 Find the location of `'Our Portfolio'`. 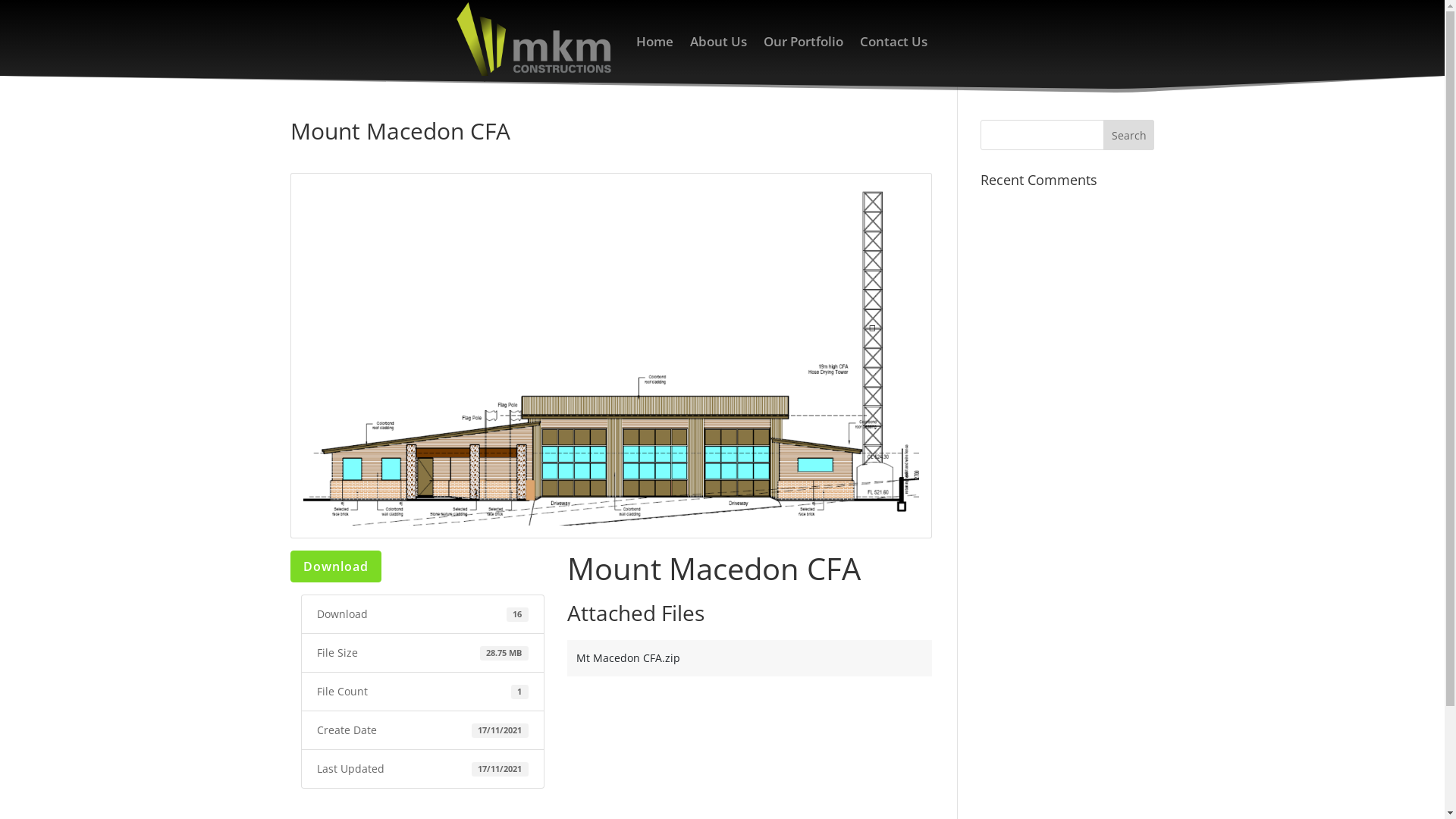

'Our Portfolio' is located at coordinates (802, 41).